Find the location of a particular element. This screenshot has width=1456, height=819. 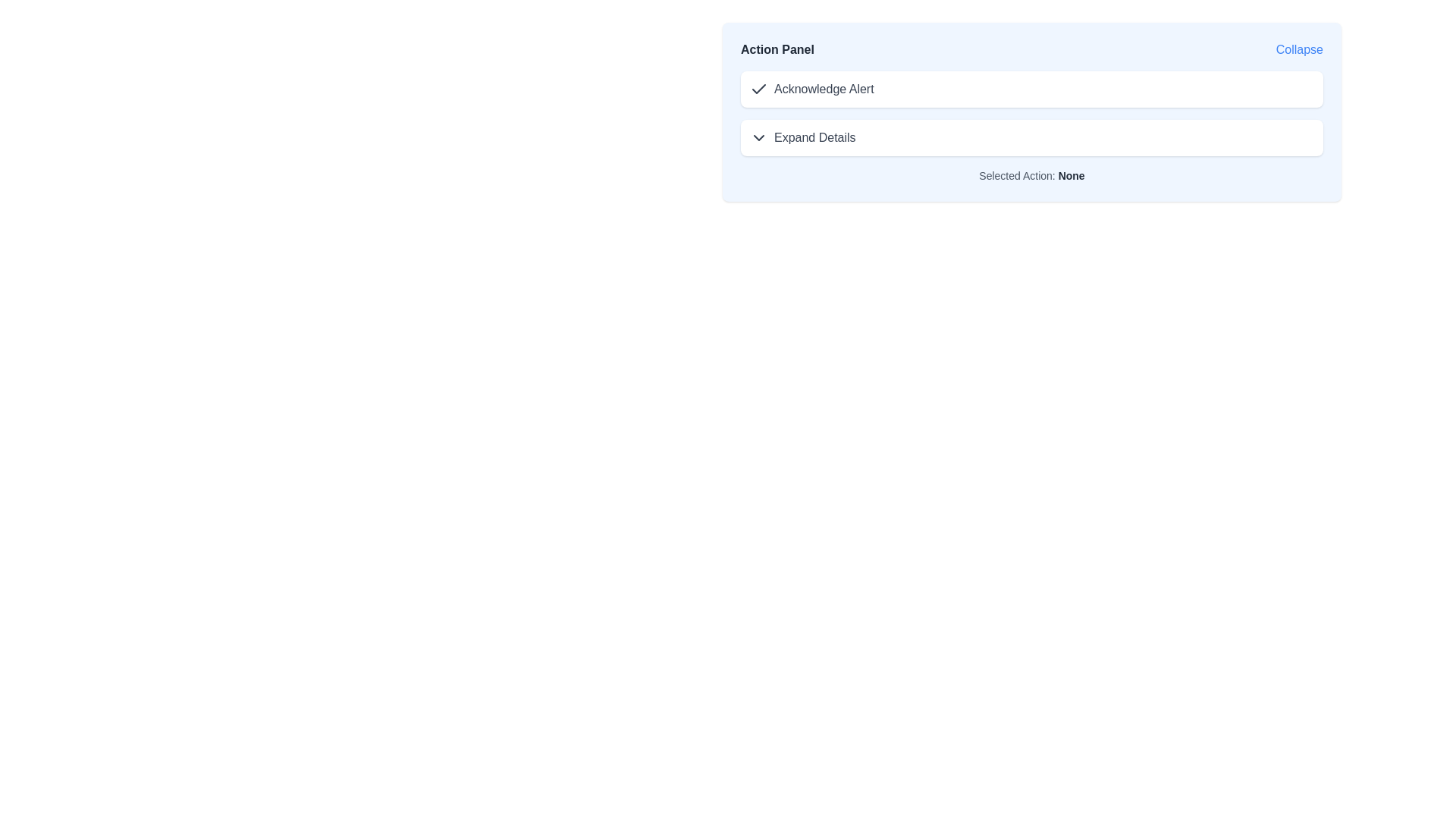

the chevron-down icon located to the left of the text 'Expand Details' is located at coordinates (759, 137).